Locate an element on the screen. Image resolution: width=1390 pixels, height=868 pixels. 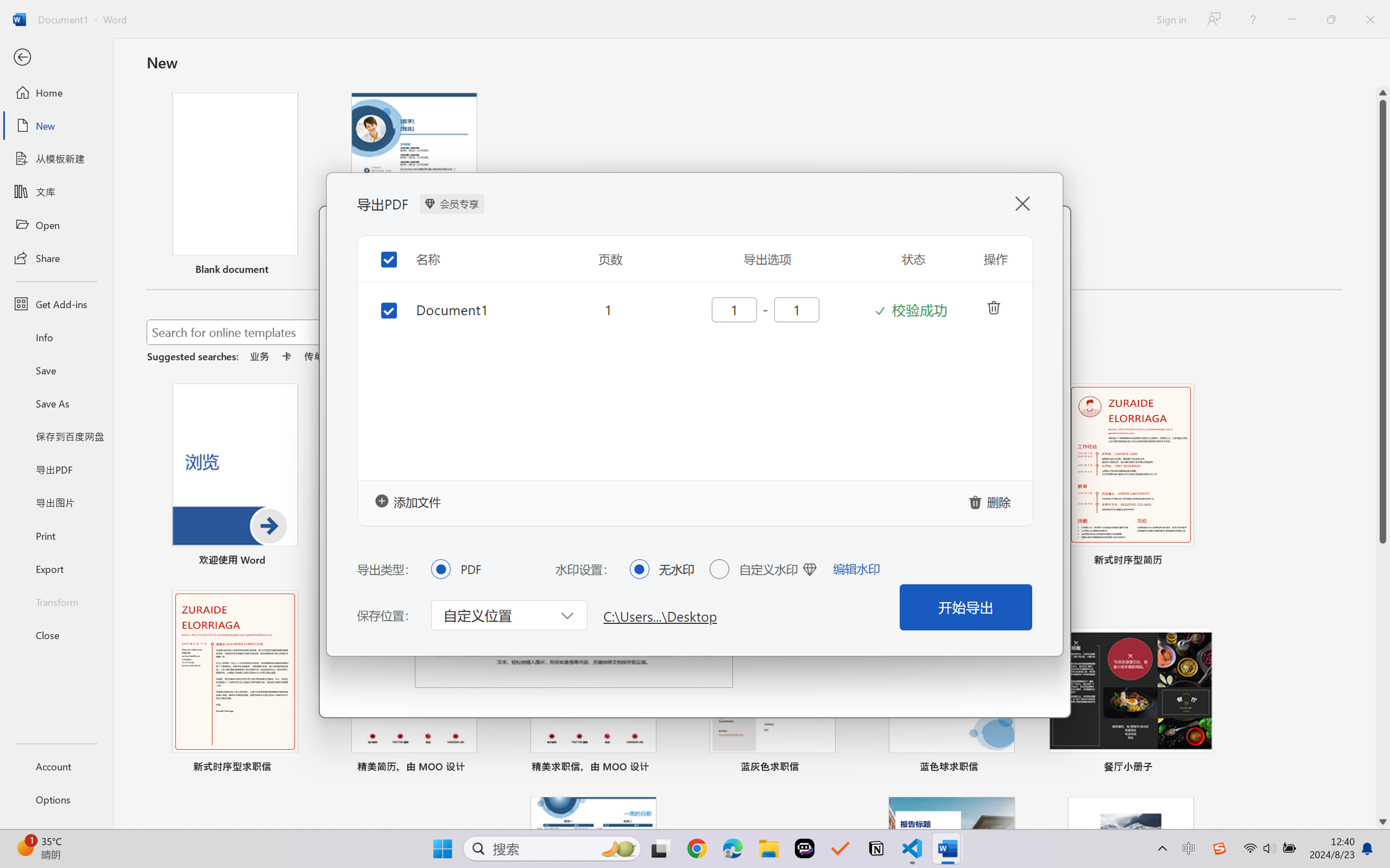
'select row' is located at coordinates (380, 308).